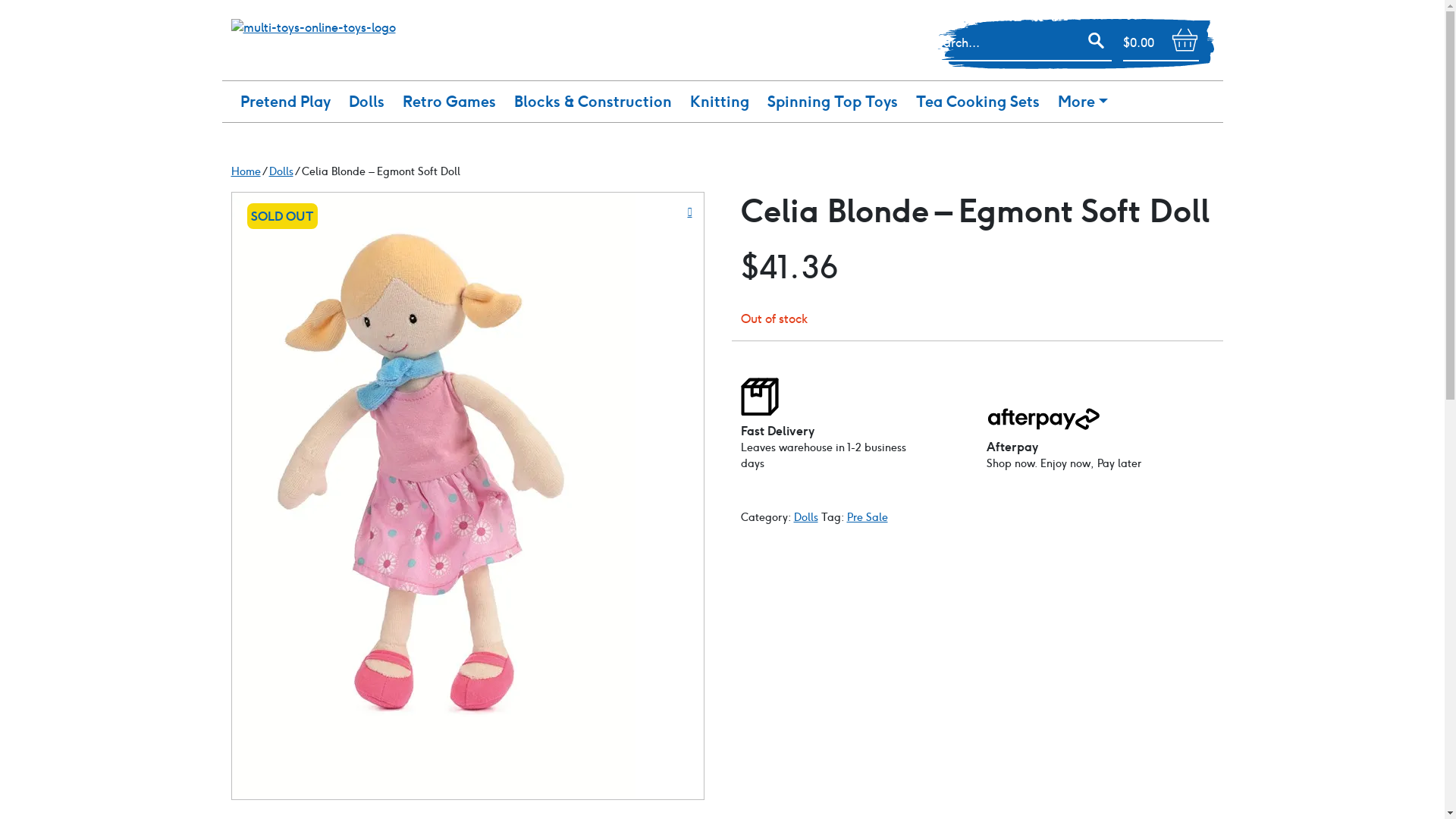 The image size is (1456, 819). What do you see at coordinates (229, 102) in the screenshot?
I see `'Pretend Play'` at bounding box center [229, 102].